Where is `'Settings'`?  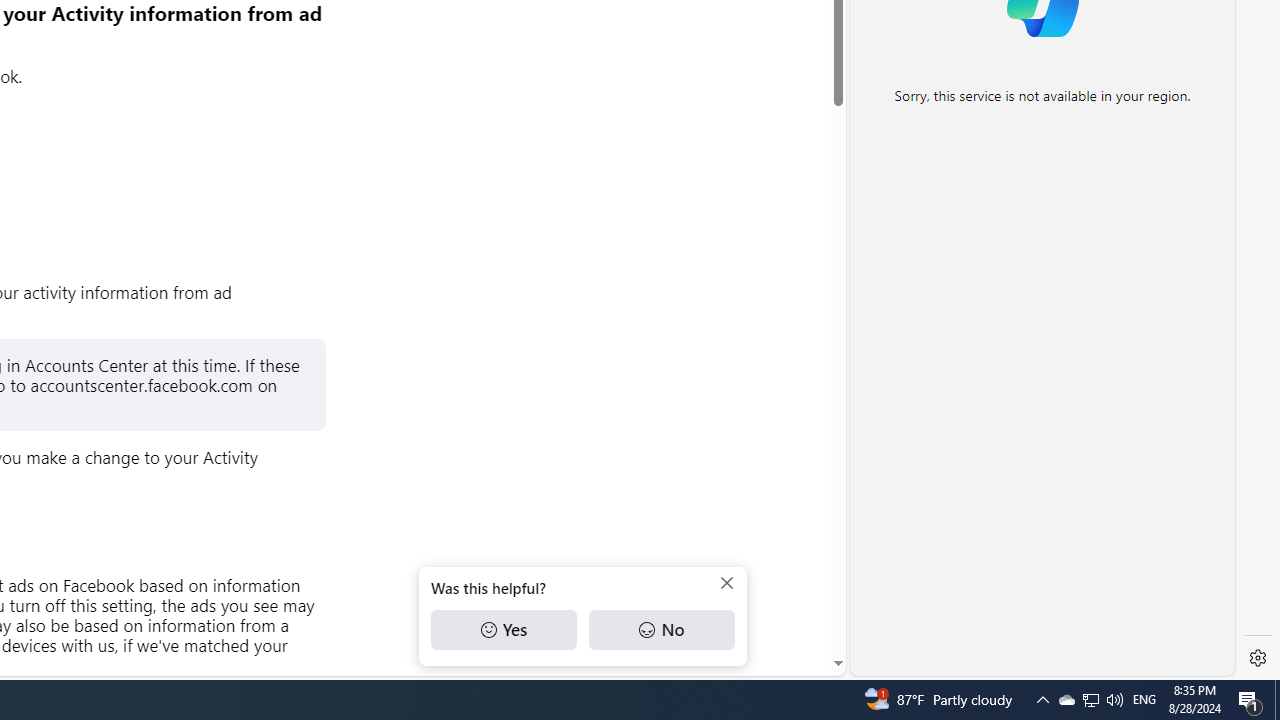 'Settings' is located at coordinates (1257, 658).